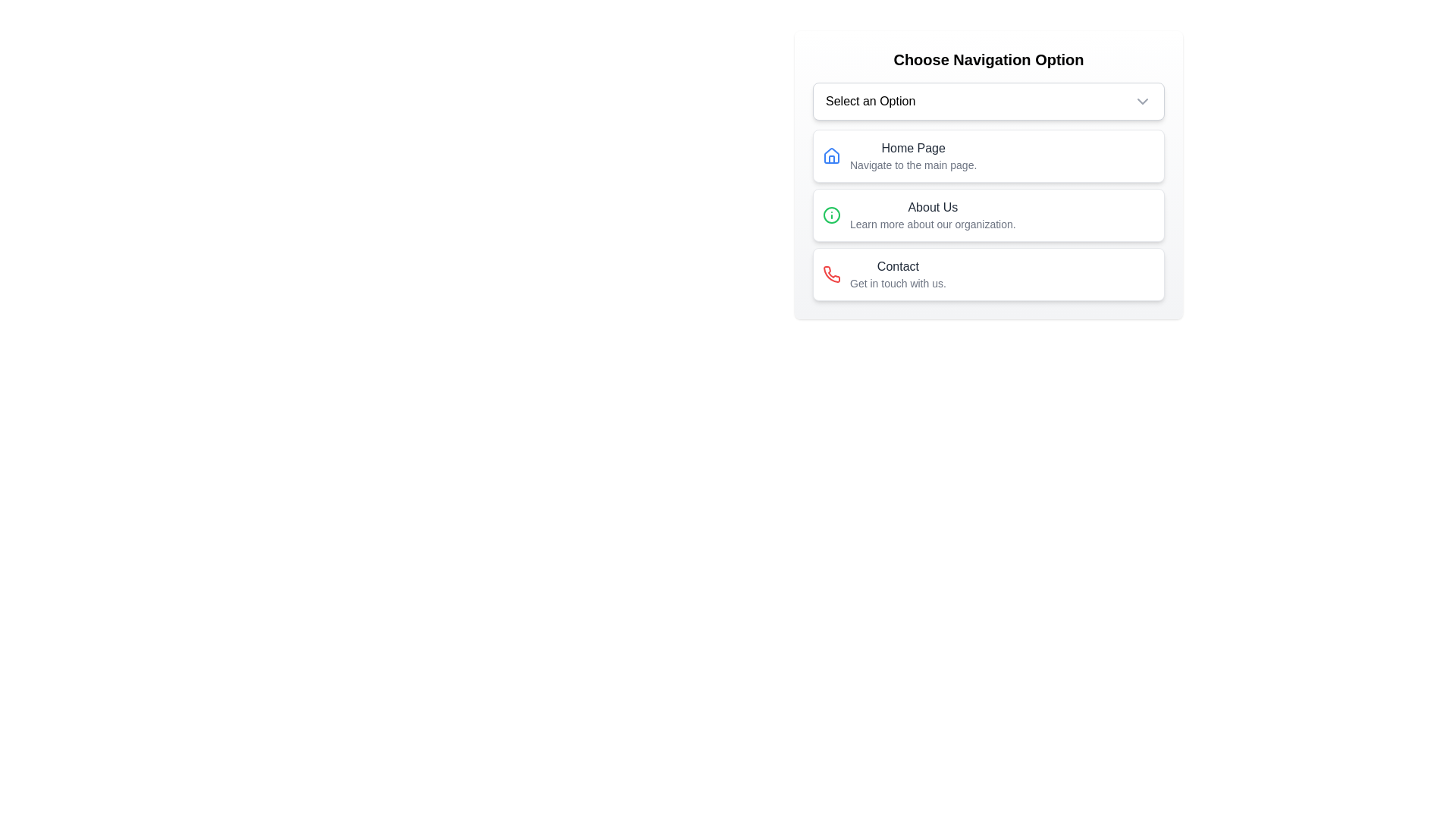  What do you see at coordinates (989, 215) in the screenshot?
I see `the 'About Us' button, which is a rectangular button with a white background, rounded corners, and contains the title 'About Us' and subtitle 'Learn more about our organization.' positioned under the navigation title 'Choose Navigation Option.'` at bounding box center [989, 215].